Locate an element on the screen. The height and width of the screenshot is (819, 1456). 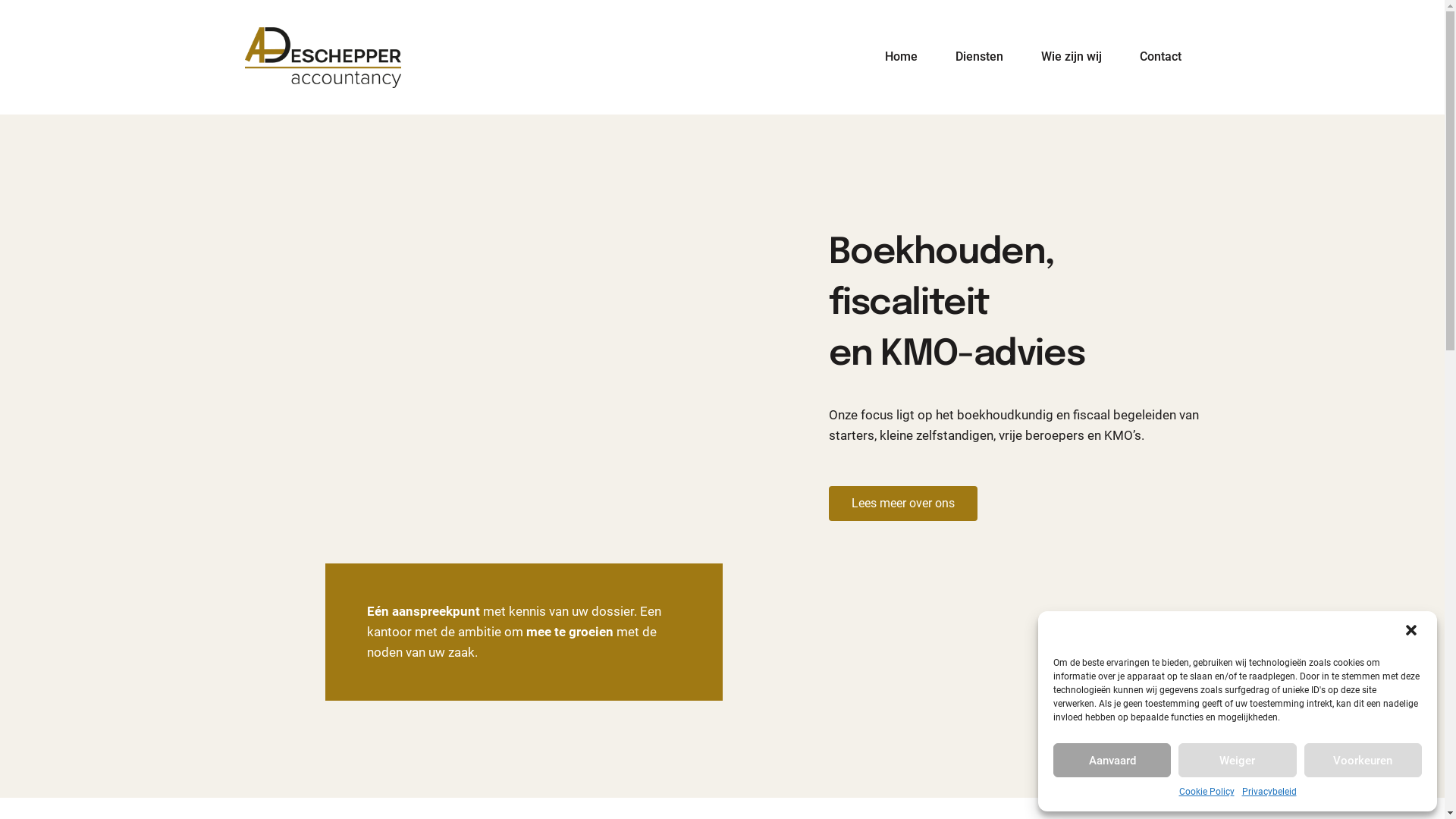
'Lees meer over ons' is located at coordinates (827, 503).